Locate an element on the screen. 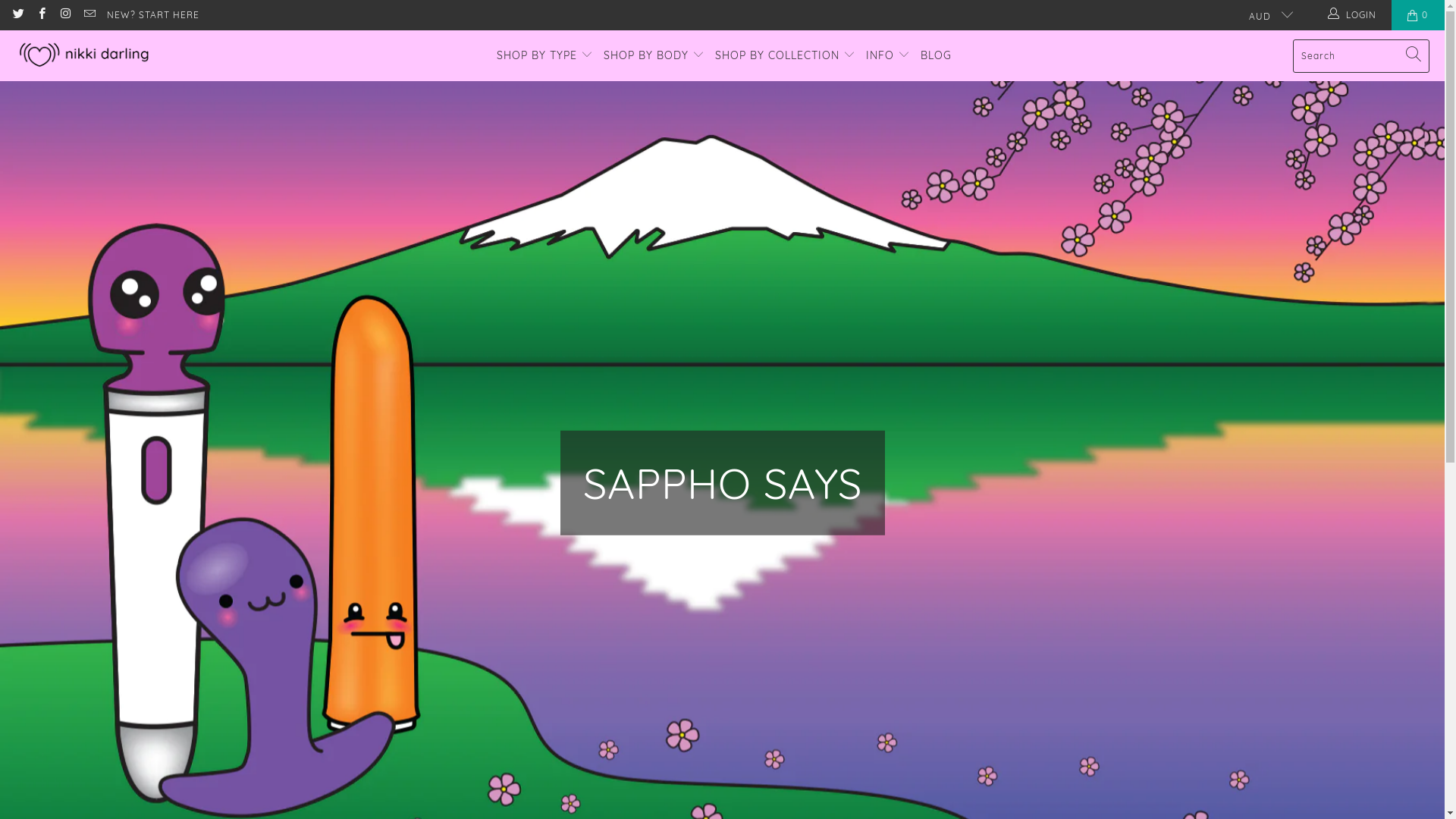  'LOGIN' is located at coordinates (1353, 14).